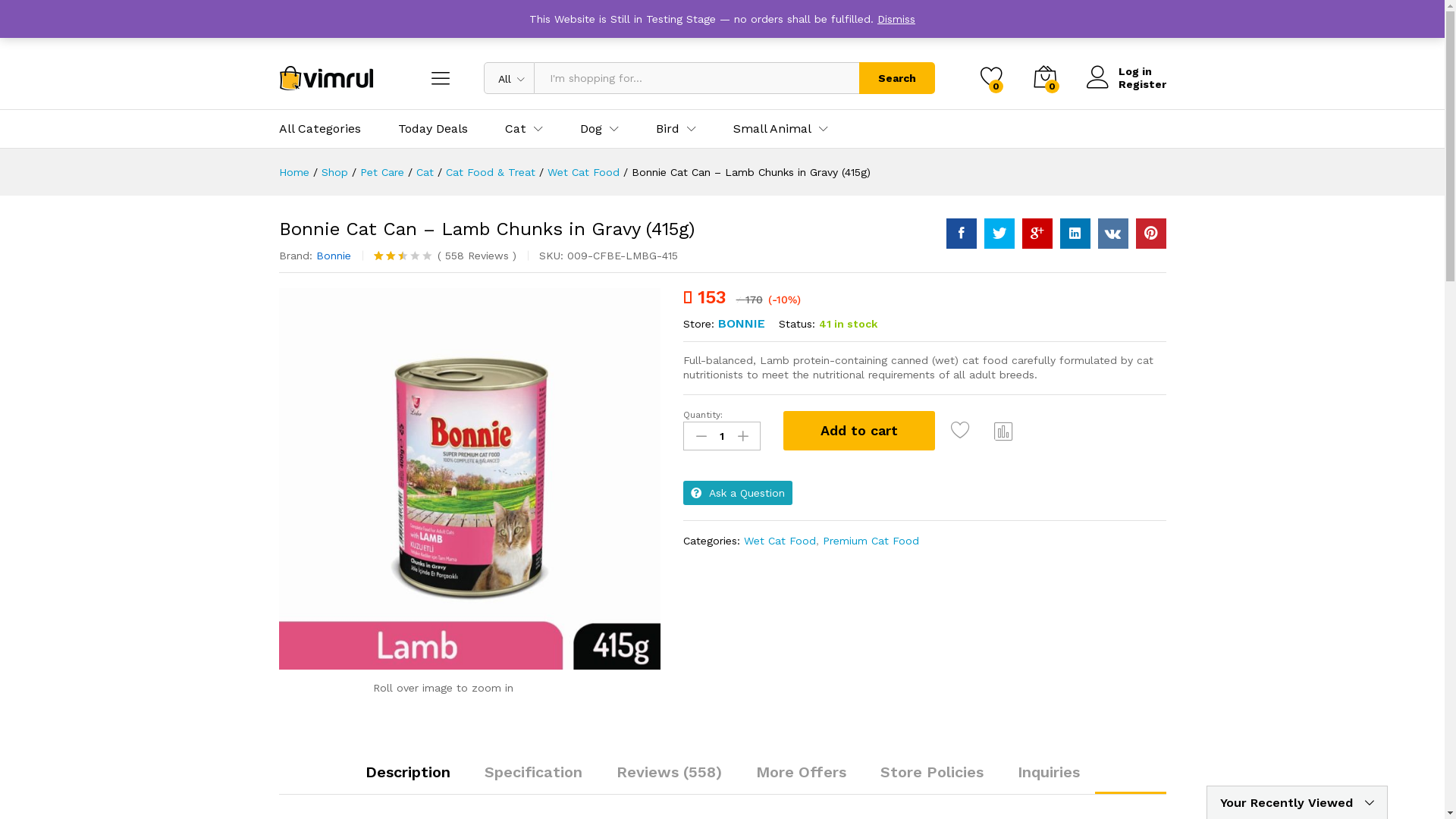  What do you see at coordinates (896, 78) in the screenshot?
I see `'Search'` at bounding box center [896, 78].